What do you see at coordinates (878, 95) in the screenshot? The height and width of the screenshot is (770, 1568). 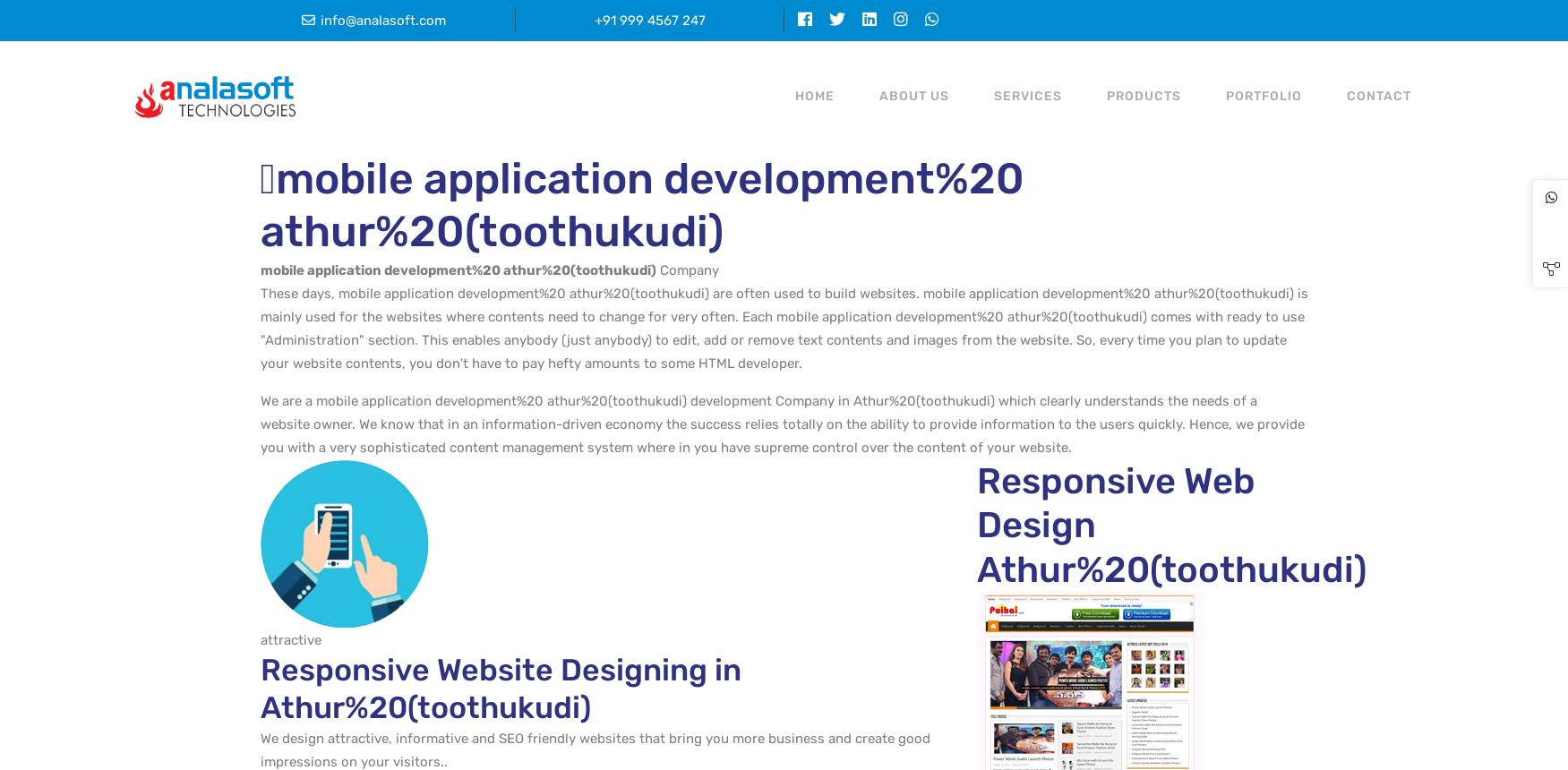 I see `'ABOUT US'` at bounding box center [878, 95].